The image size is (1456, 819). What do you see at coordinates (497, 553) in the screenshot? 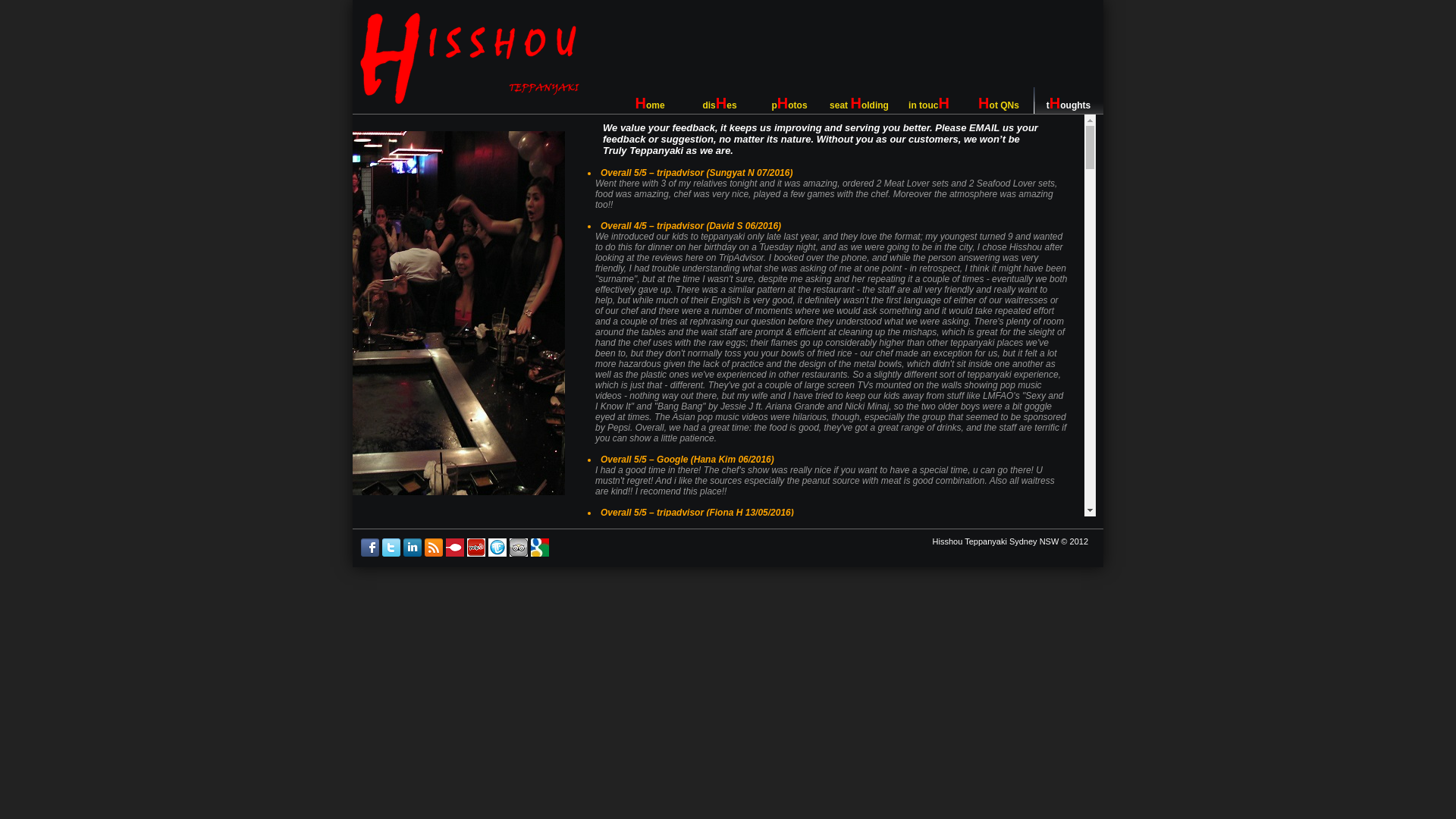
I see `'fws'` at bounding box center [497, 553].